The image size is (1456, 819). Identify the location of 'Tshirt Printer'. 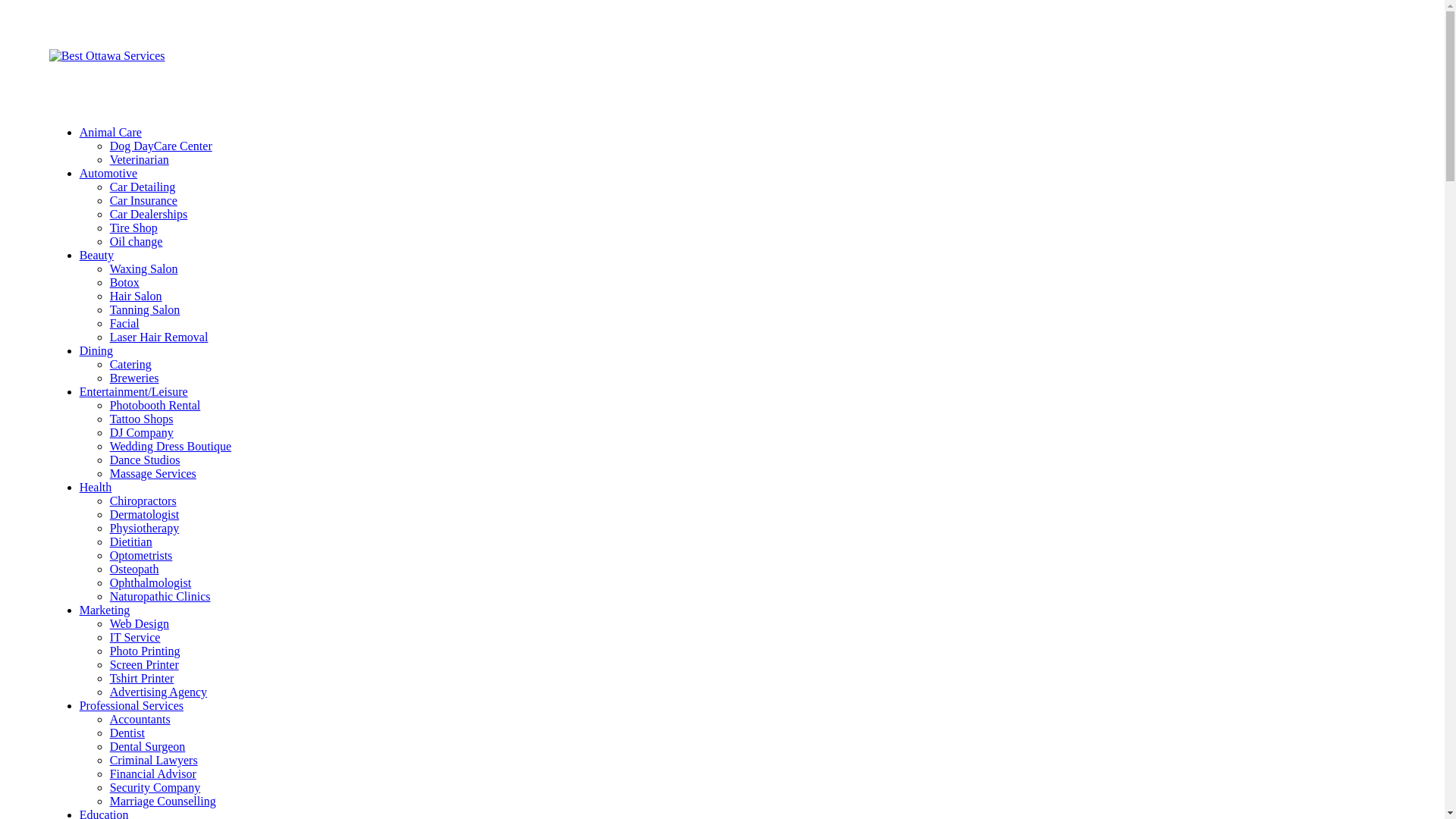
(142, 677).